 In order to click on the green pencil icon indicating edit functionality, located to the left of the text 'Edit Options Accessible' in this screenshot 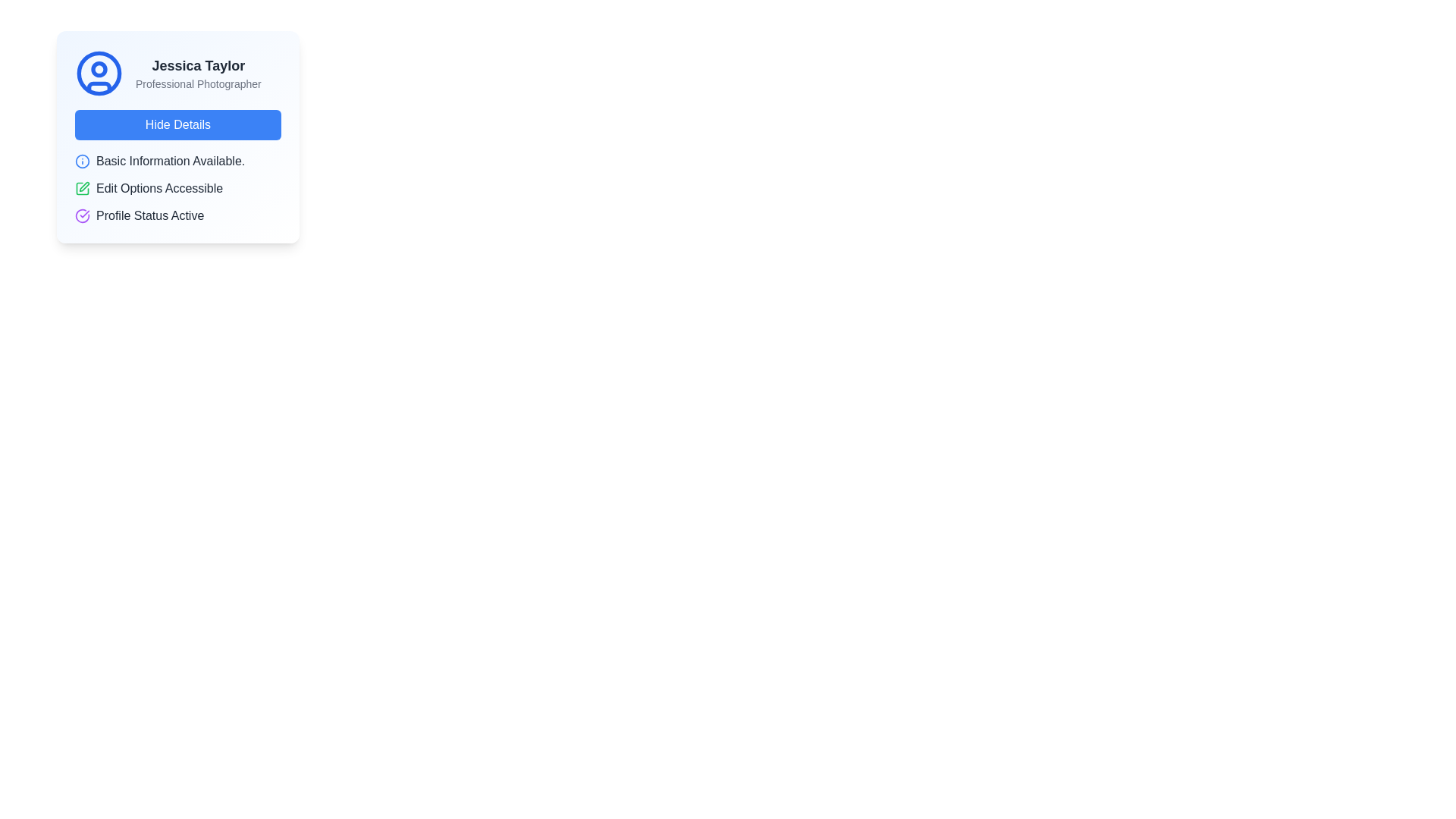, I will do `click(82, 188)`.